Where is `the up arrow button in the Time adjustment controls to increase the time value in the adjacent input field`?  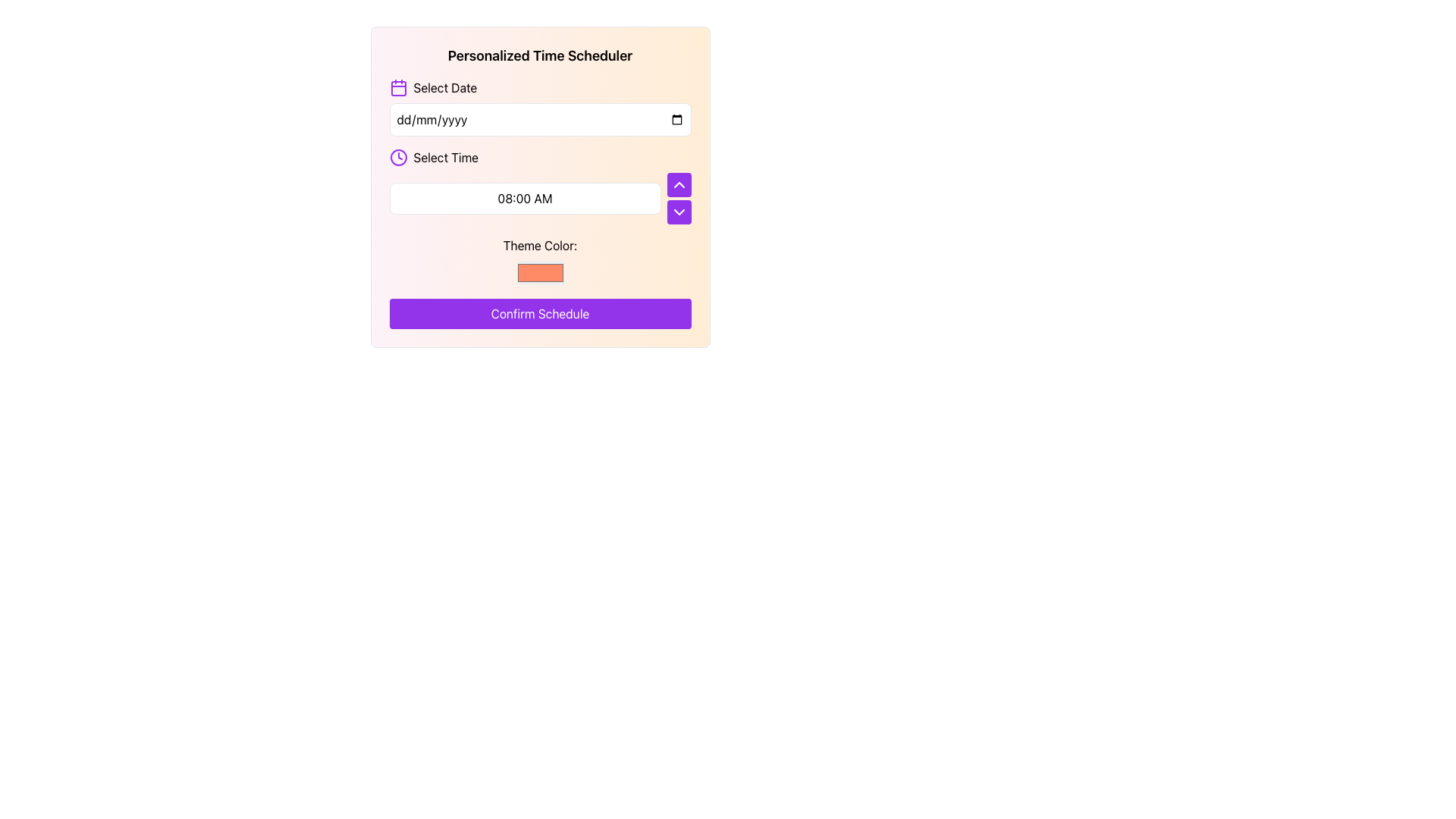 the up arrow button in the Time adjustment controls to increase the time value in the adjacent input field is located at coordinates (678, 198).